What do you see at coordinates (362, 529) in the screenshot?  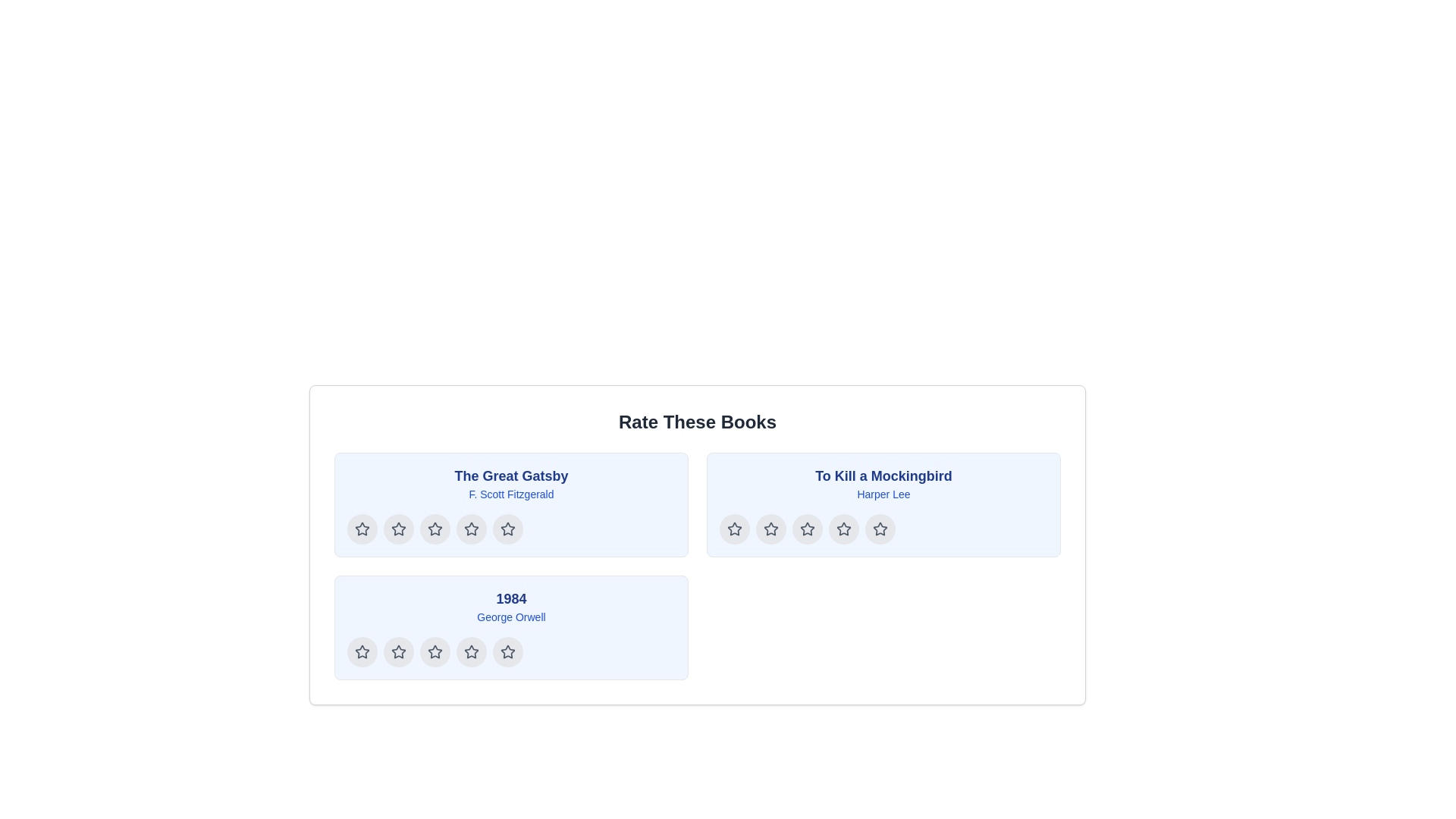 I see `the first star button to rate the book 'The Great Gatsby.'` at bounding box center [362, 529].